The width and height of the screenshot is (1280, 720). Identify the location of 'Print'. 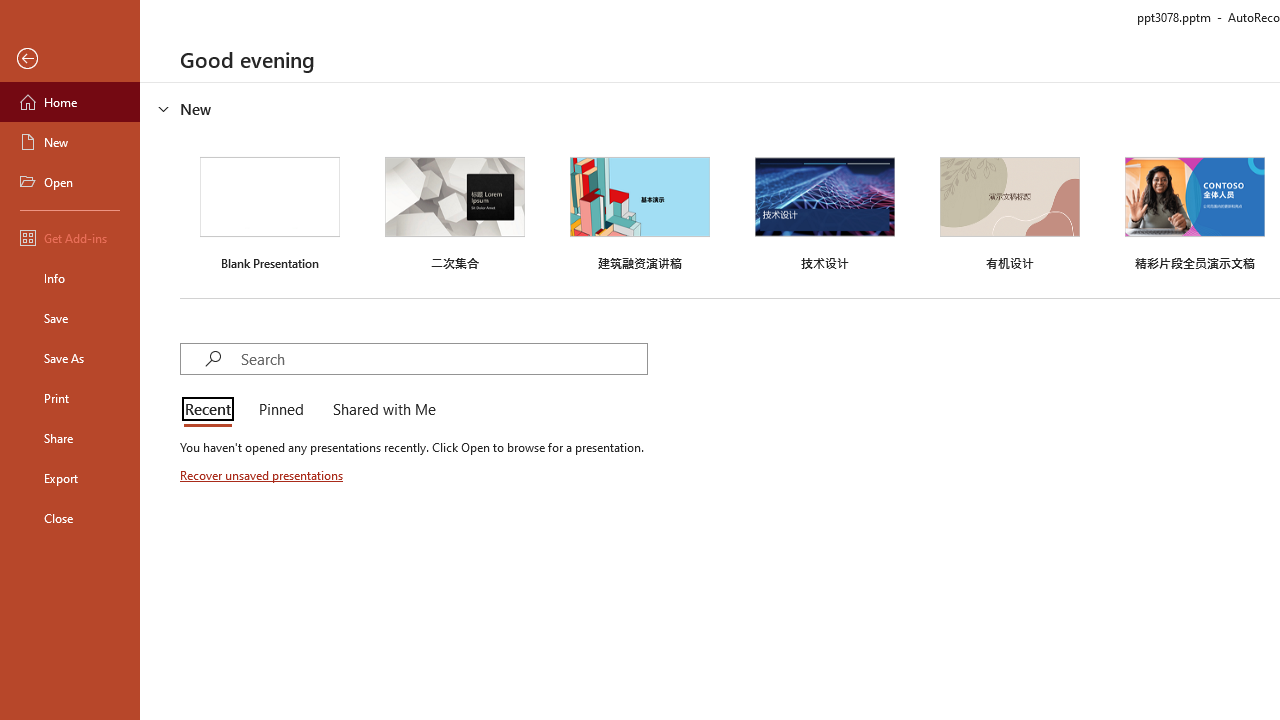
(69, 398).